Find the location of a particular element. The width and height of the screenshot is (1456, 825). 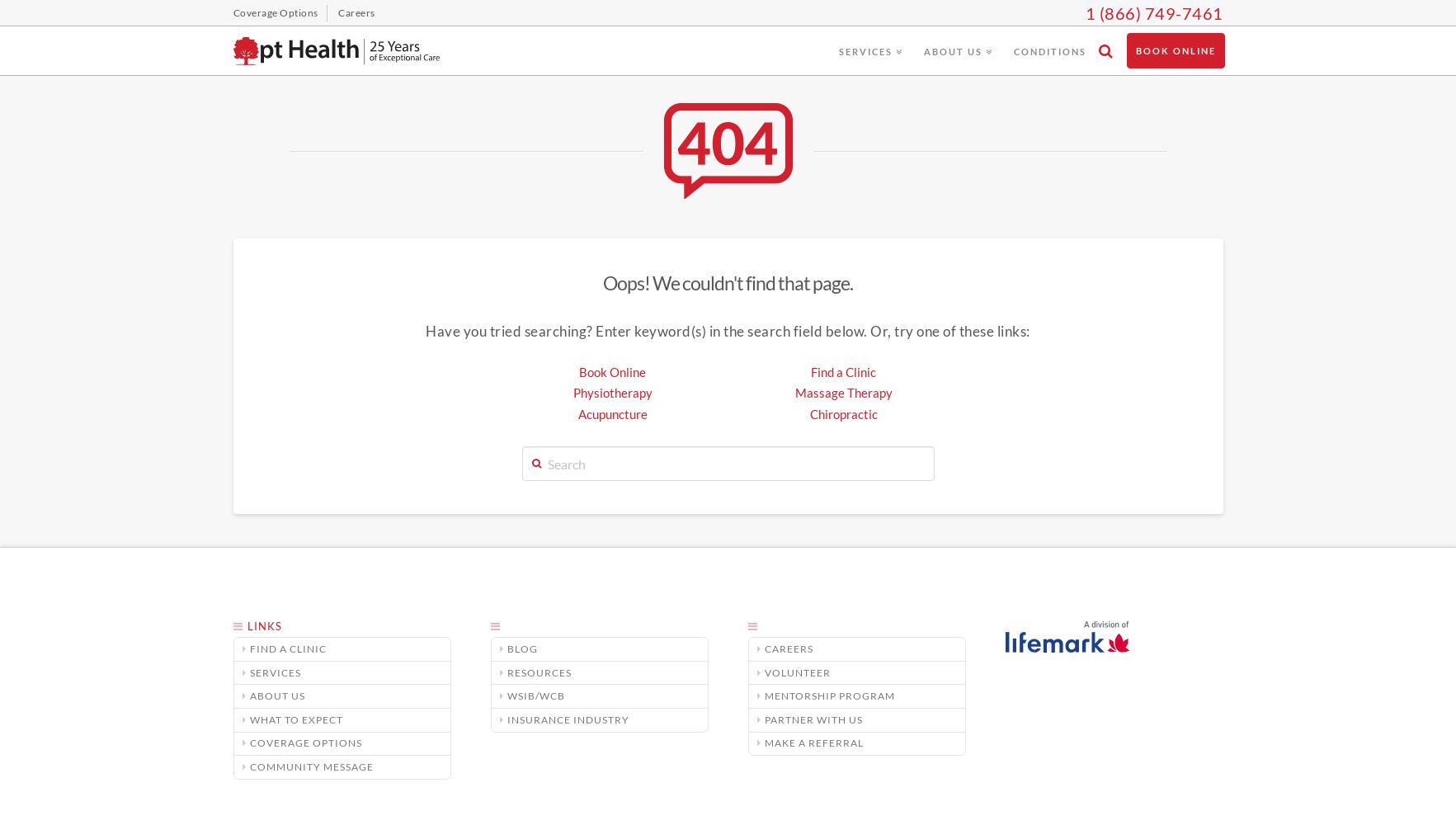

'WSIB/WCB' is located at coordinates (535, 695).